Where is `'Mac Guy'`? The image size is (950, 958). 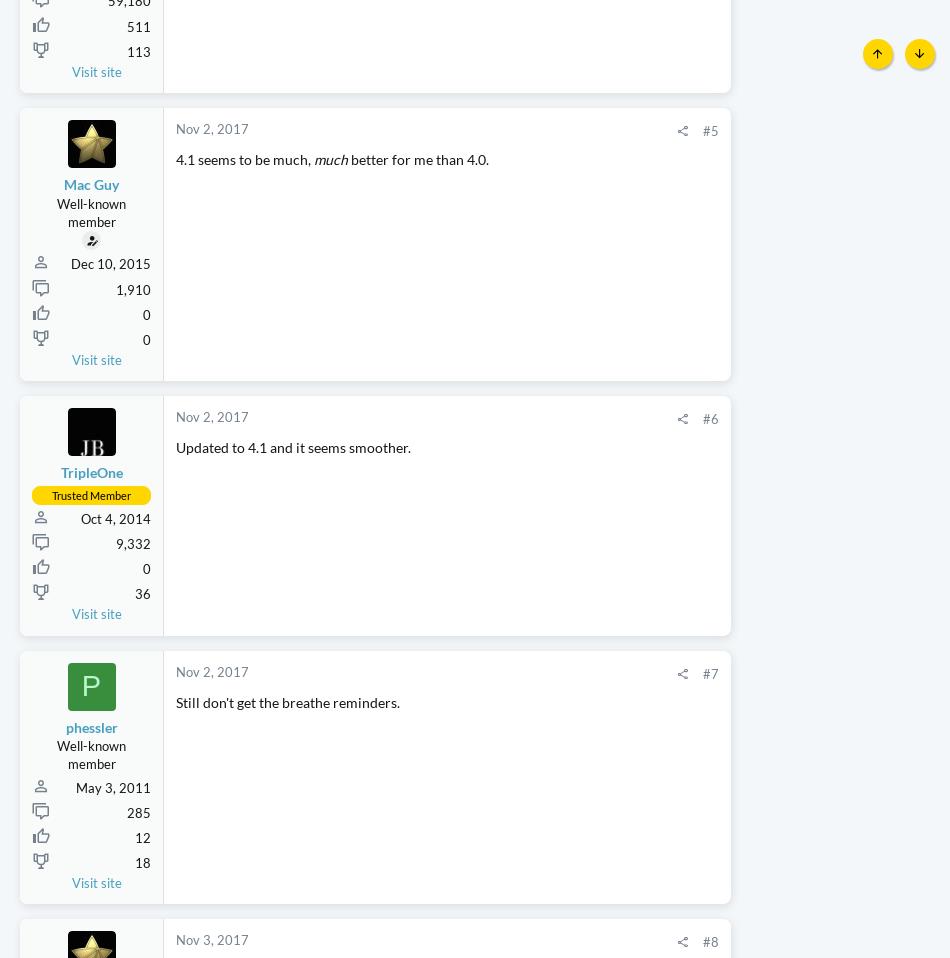 'Mac Guy' is located at coordinates (91, 242).